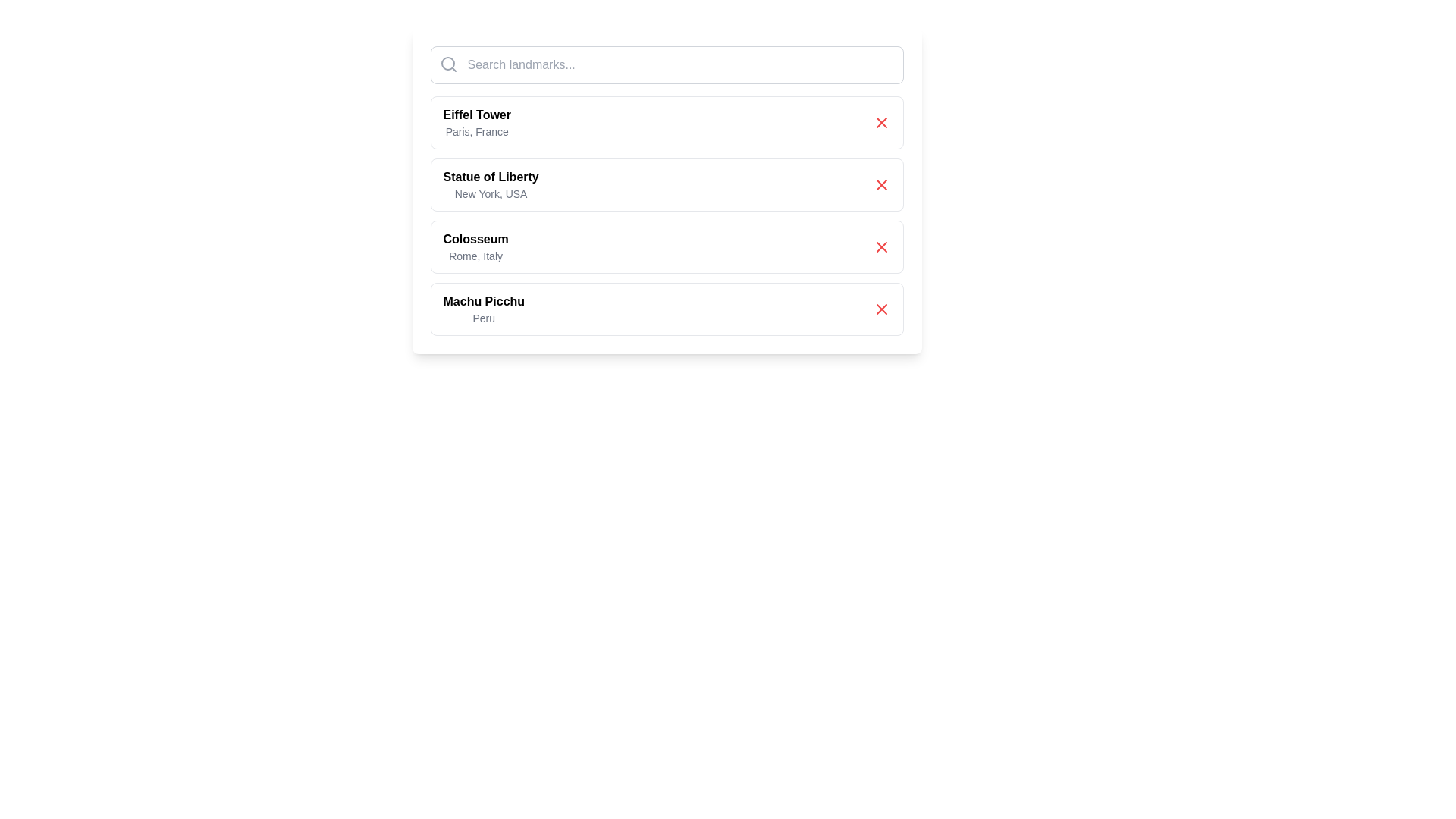  What do you see at coordinates (667, 184) in the screenshot?
I see `the List item containing 'Statue of Liberty' and 'New York, USA'` at bounding box center [667, 184].